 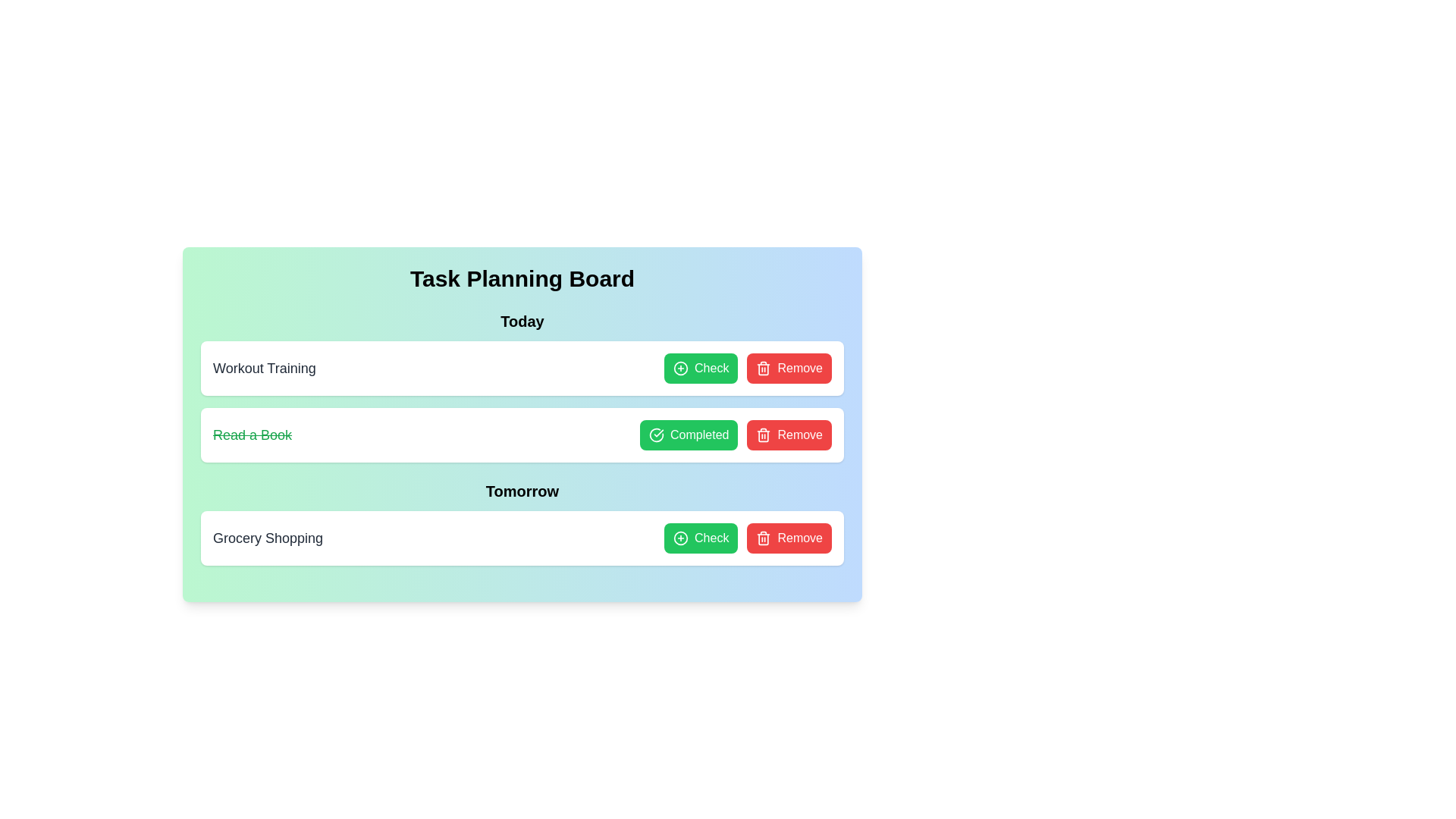 What do you see at coordinates (789, 435) in the screenshot?
I see `the 'Remove' button for the task titled 'Read a Book'` at bounding box center [789, 435].